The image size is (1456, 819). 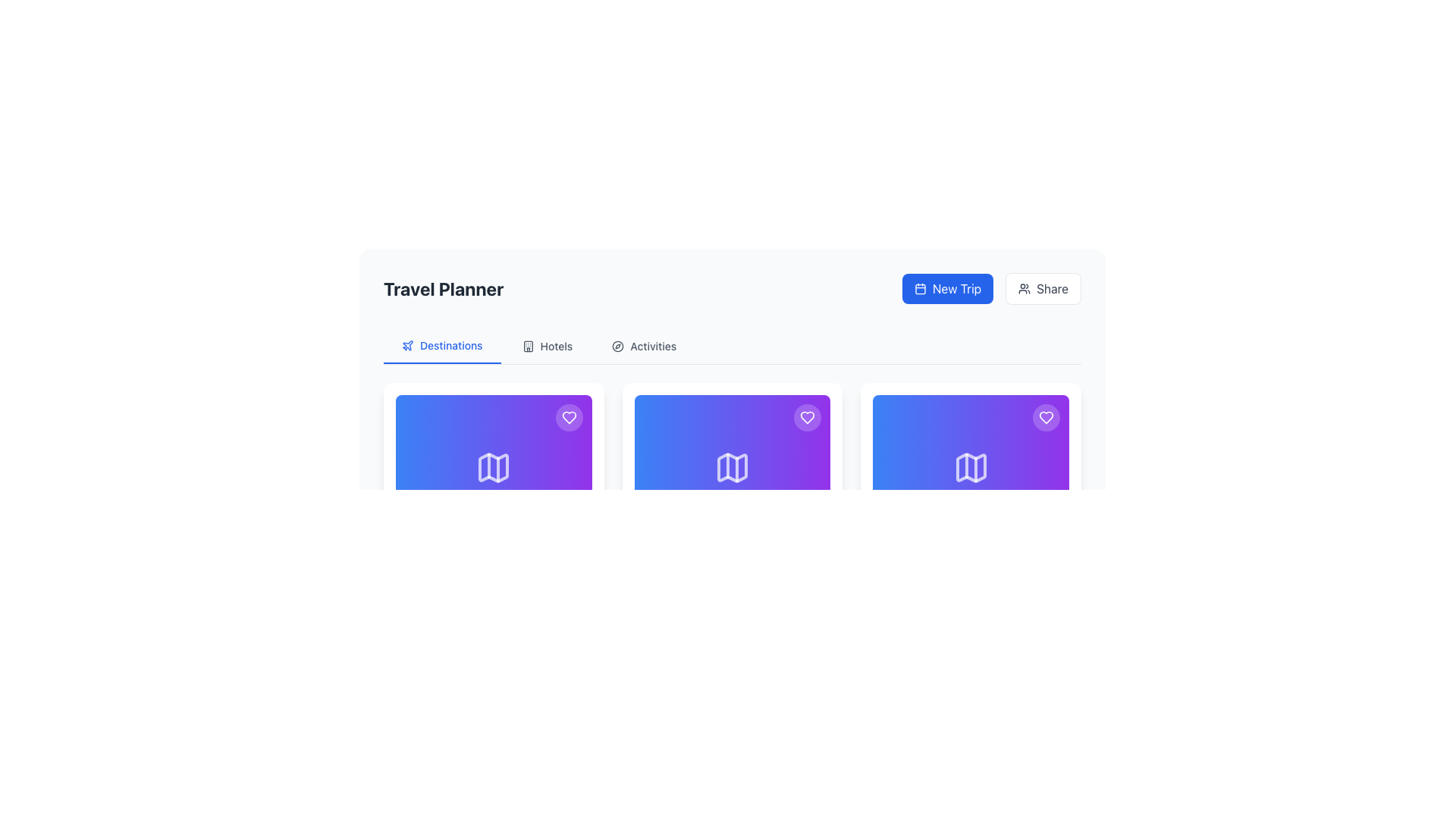 What do you see at coordinates (971, 467) in the screenshot?
I see `the icon representing the type of content related to destinations or maps` at bounding box center [971, 467].